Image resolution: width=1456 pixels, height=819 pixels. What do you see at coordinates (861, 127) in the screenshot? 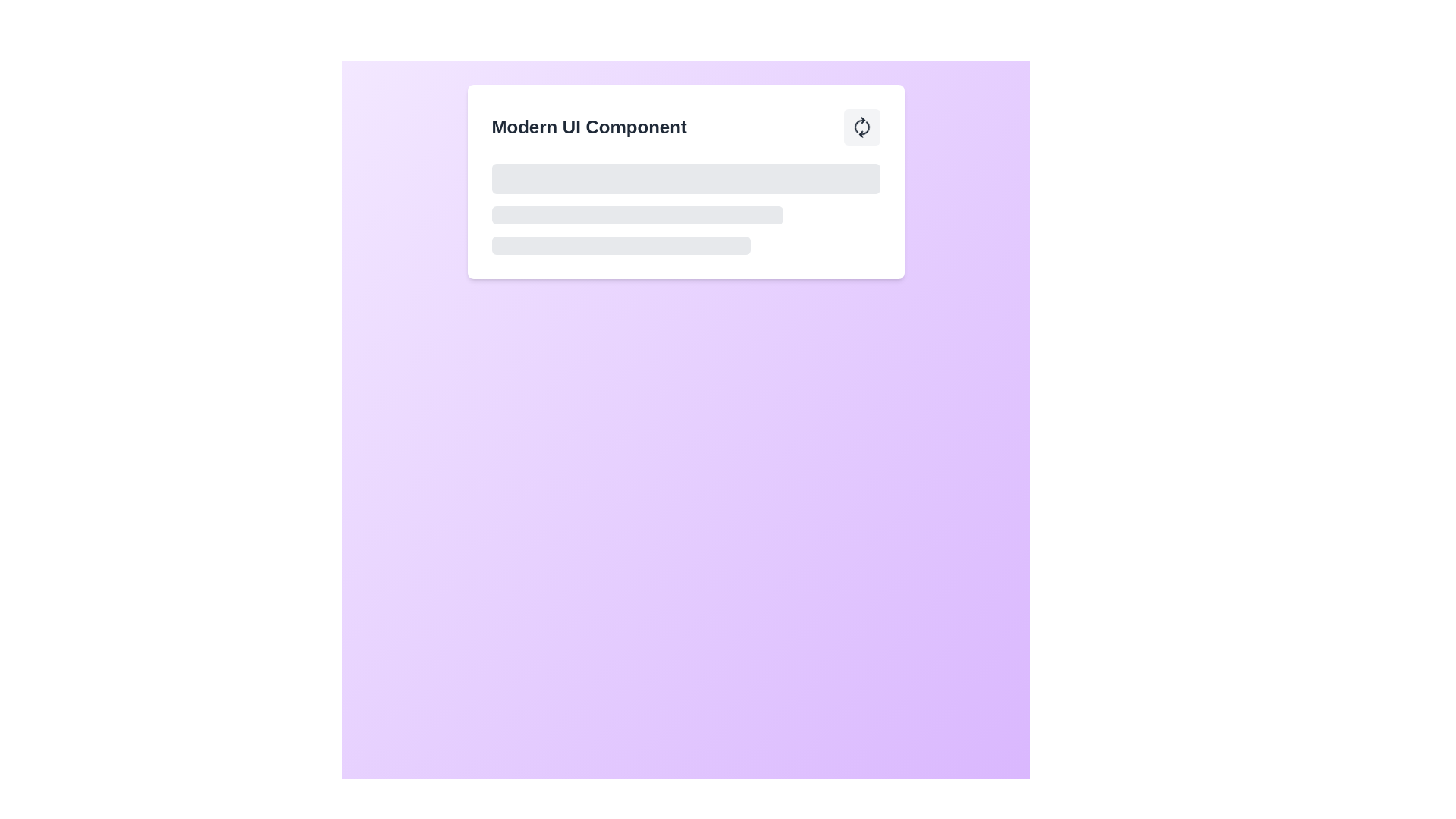
I see `the reload or refresh button located in the top-right region of the 'Modern UI Component'` at bounding box center [861, 127].